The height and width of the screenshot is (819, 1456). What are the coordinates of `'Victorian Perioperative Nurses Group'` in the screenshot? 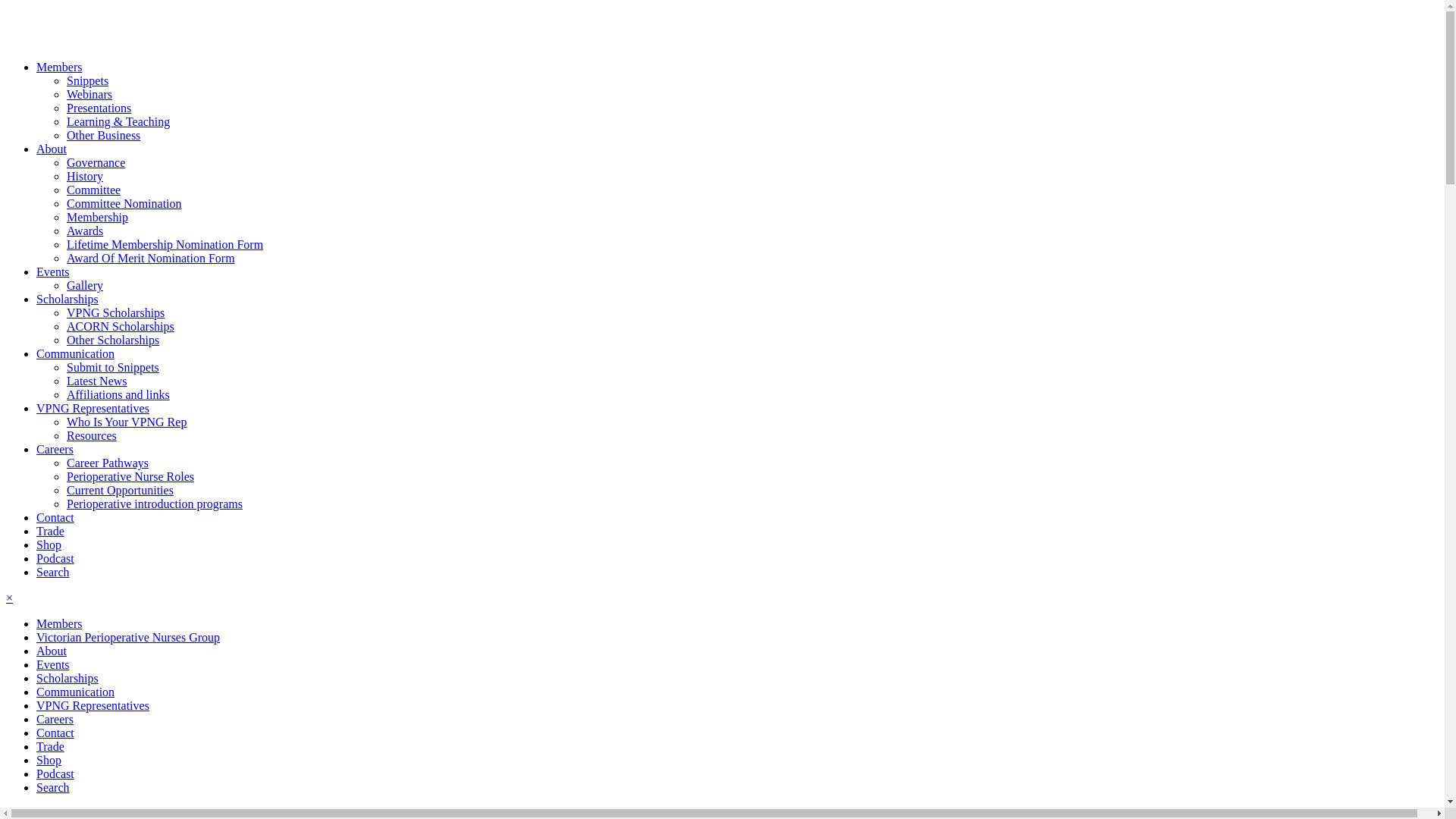 It's located at (36, 637).